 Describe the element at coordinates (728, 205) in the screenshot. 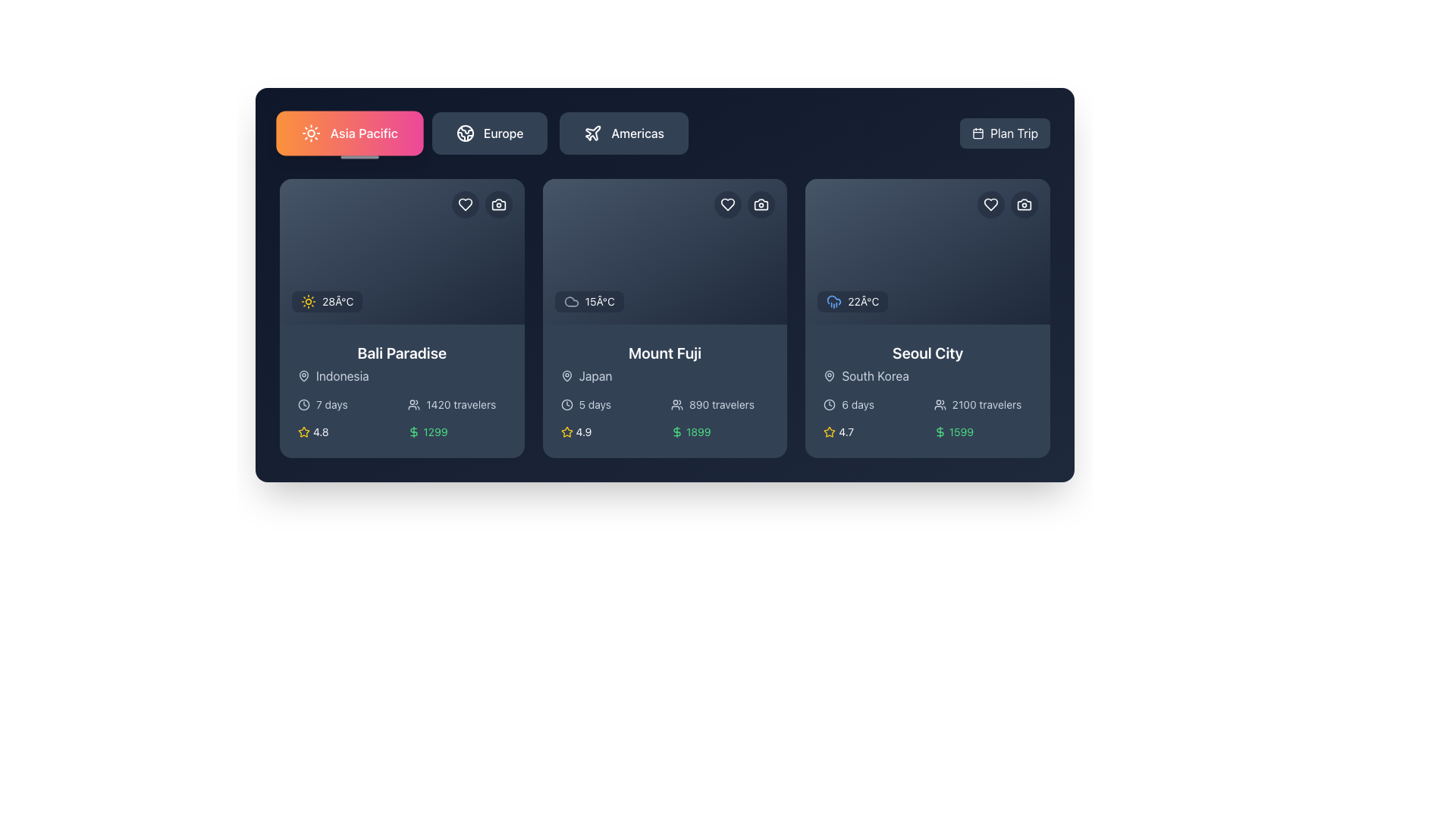

I see `the heart outline button located` at that location.